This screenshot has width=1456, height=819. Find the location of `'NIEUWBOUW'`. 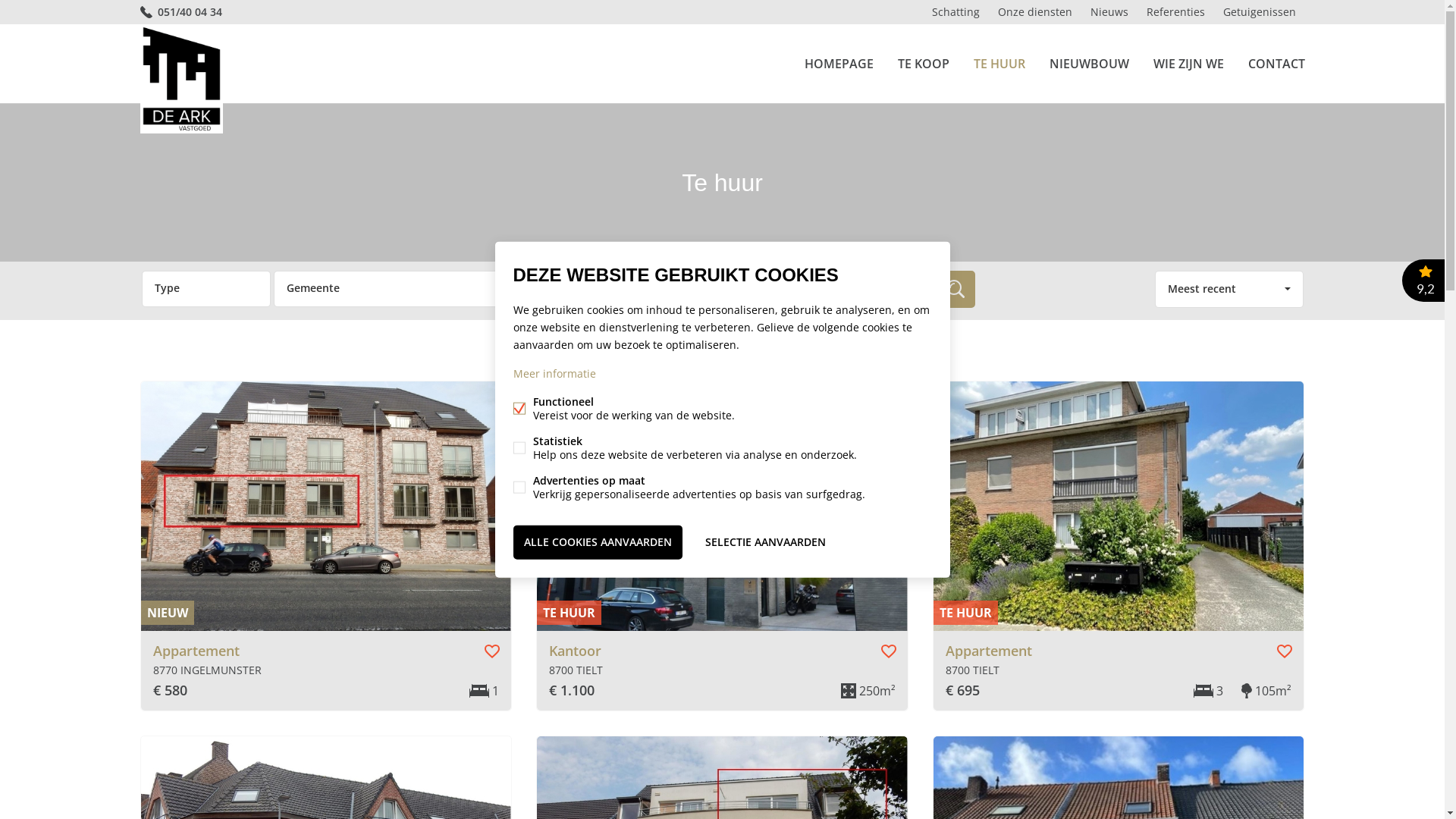

'NIEUWBOUW' is located at coordinates (1088, 63).